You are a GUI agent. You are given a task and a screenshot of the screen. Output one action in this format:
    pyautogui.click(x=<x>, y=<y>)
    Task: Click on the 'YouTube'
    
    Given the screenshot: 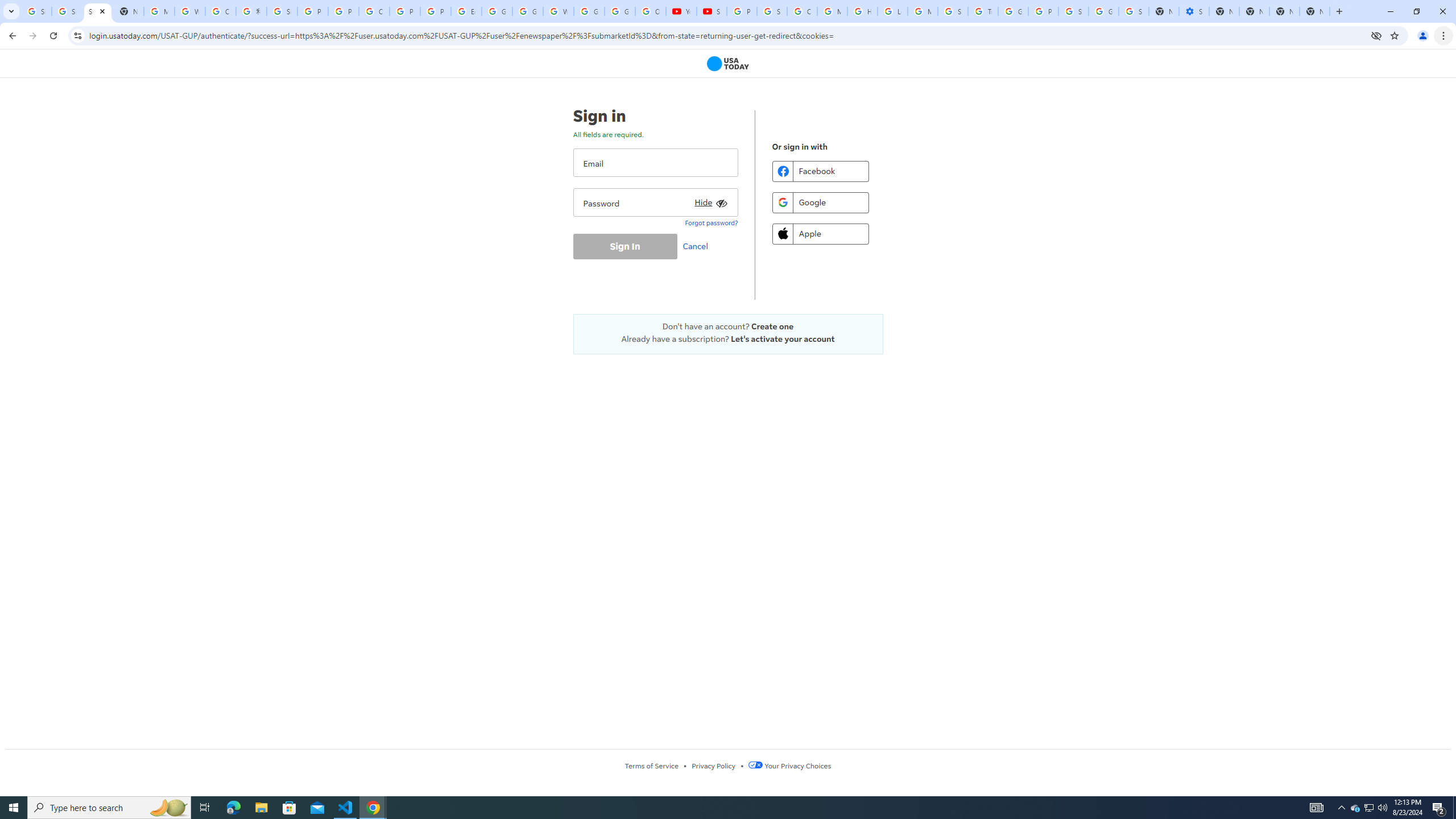 What is the action you would take?
    pyautogui.click(x=681, y=11)
    